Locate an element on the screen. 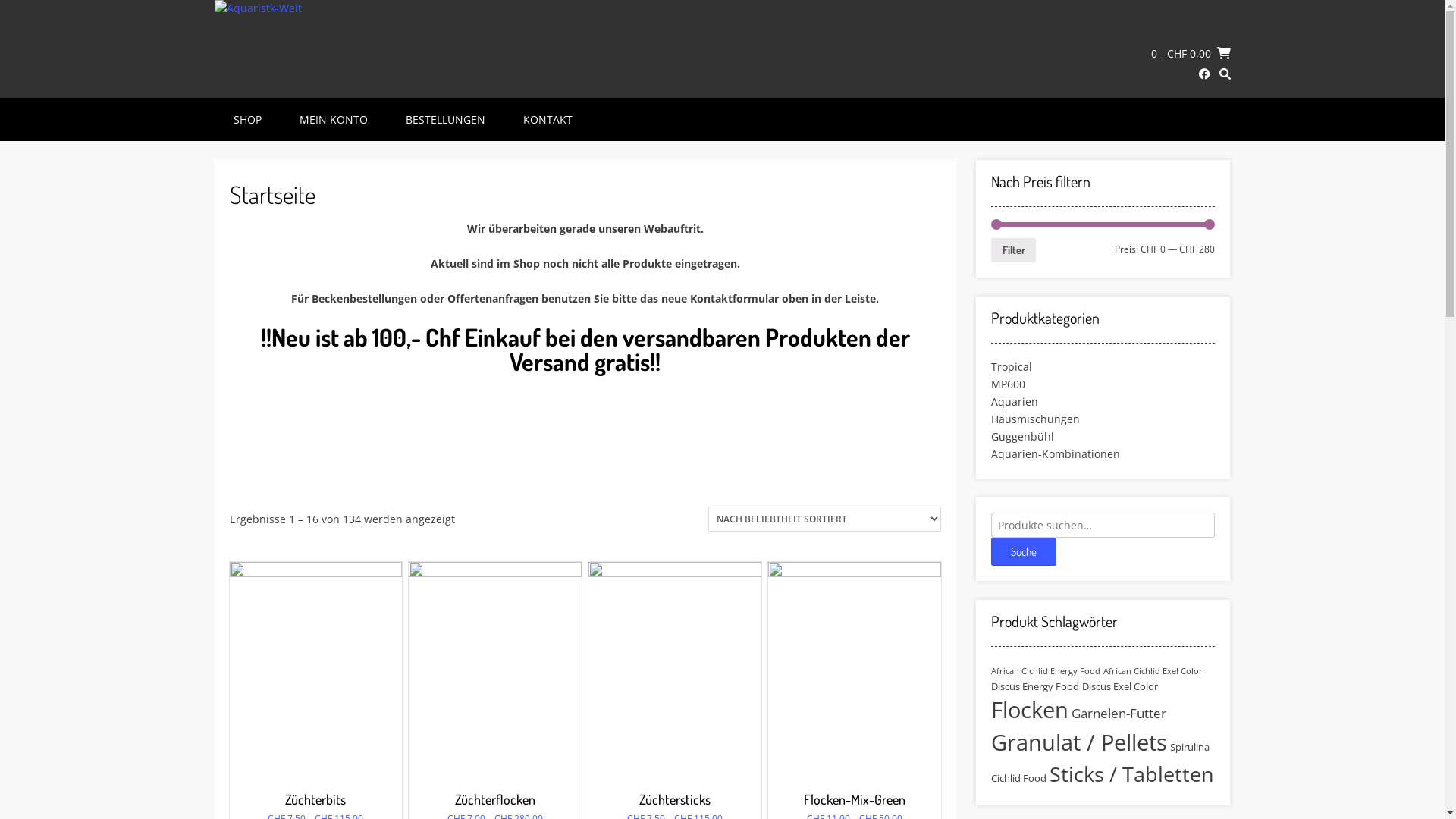 This screenshot has height=819, width=1456. 'Sticks / Tabletten' is located at coordinates (1131, 774).